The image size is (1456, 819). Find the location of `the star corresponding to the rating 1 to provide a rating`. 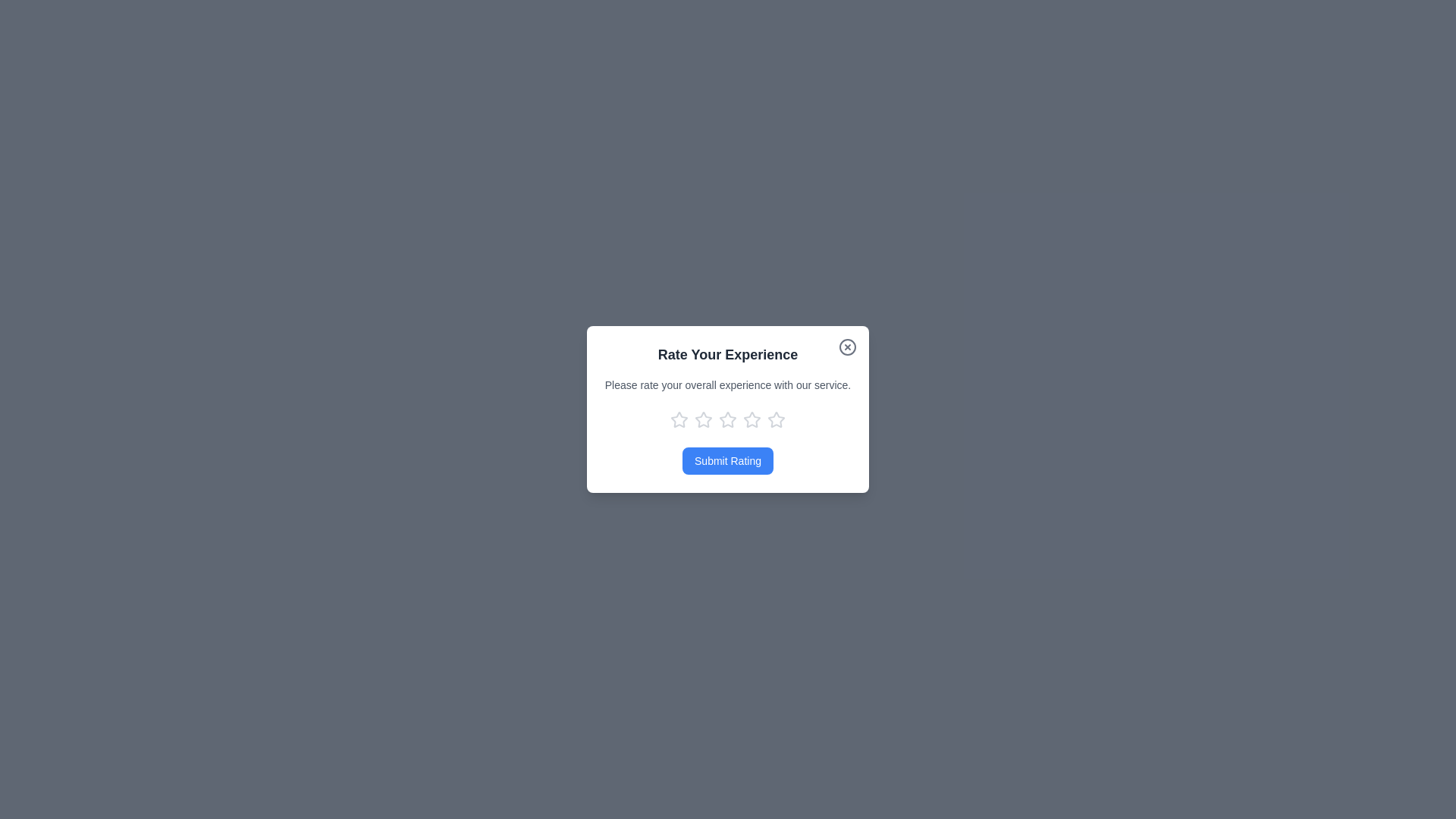

the star corresponding to the rating 1 to provide a rating is located at coordinates (679, 420).